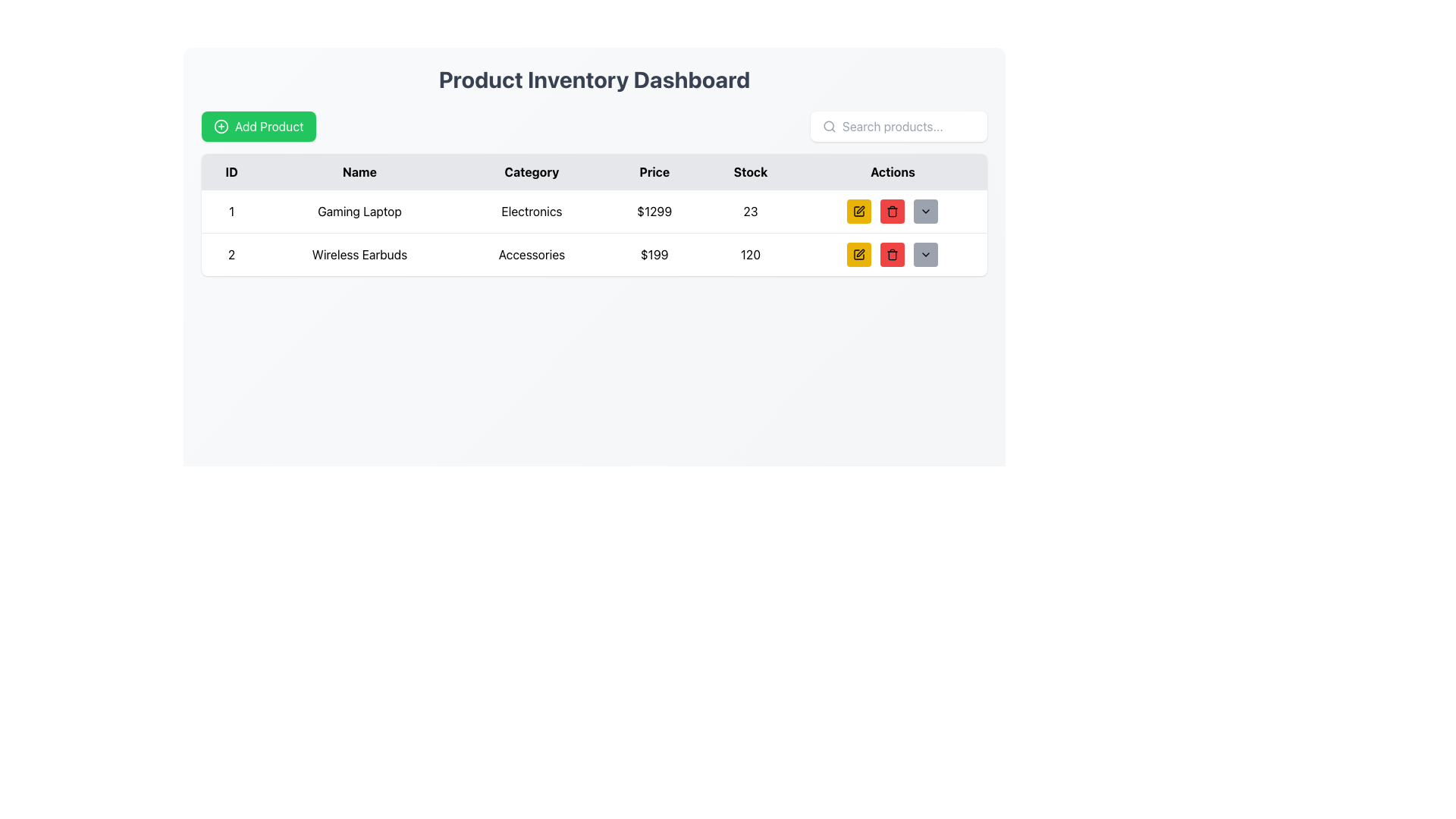 The height and width of the screenshot is (819, 1456). Describe the element at coordinates (859, 211) in the screenshot. I see `the yellow square edit action button with a pen graphic located in the 'Actions' column of the table` at that location.